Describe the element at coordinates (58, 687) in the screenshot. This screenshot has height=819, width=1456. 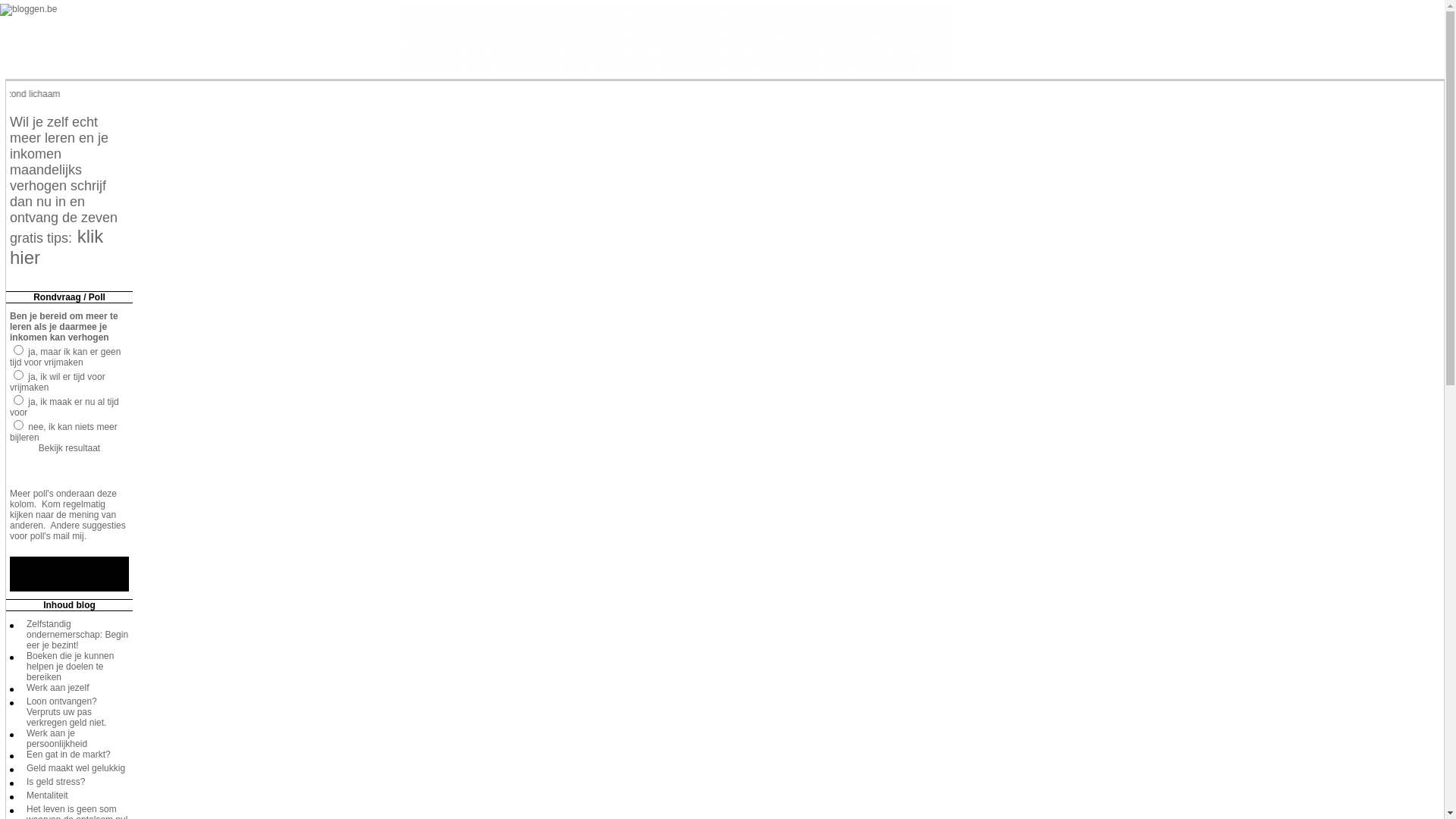
I see `'Werk aan jezelf'` at that location.